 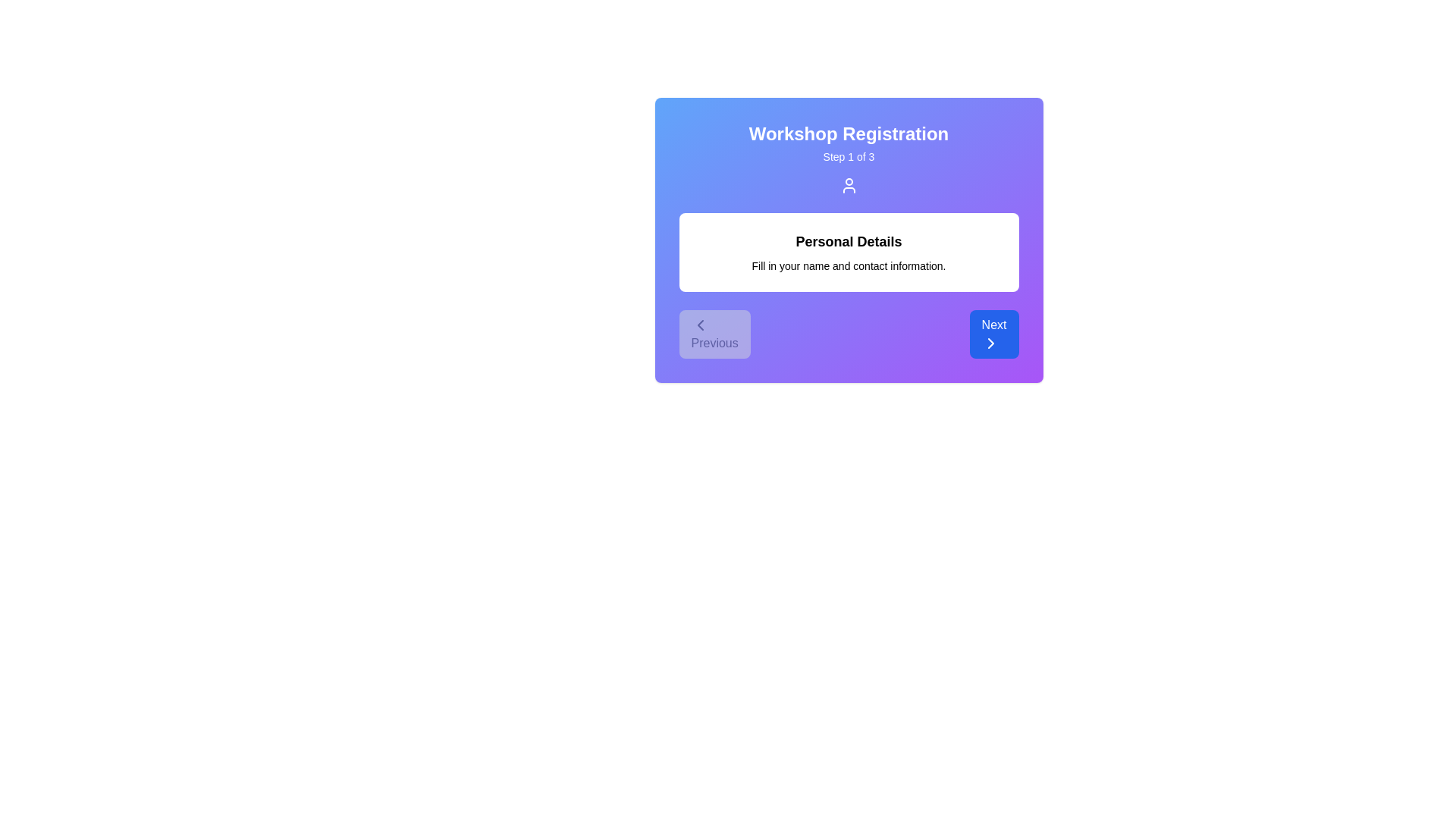 What do you see at coordinates (848, 251) in the screenshot?
I see `the text block providing guidance for the registration process, located below the title 'Workshop Registration' and above the buttons 'Previous' and 'Next'` at bounding box center [848, 251].